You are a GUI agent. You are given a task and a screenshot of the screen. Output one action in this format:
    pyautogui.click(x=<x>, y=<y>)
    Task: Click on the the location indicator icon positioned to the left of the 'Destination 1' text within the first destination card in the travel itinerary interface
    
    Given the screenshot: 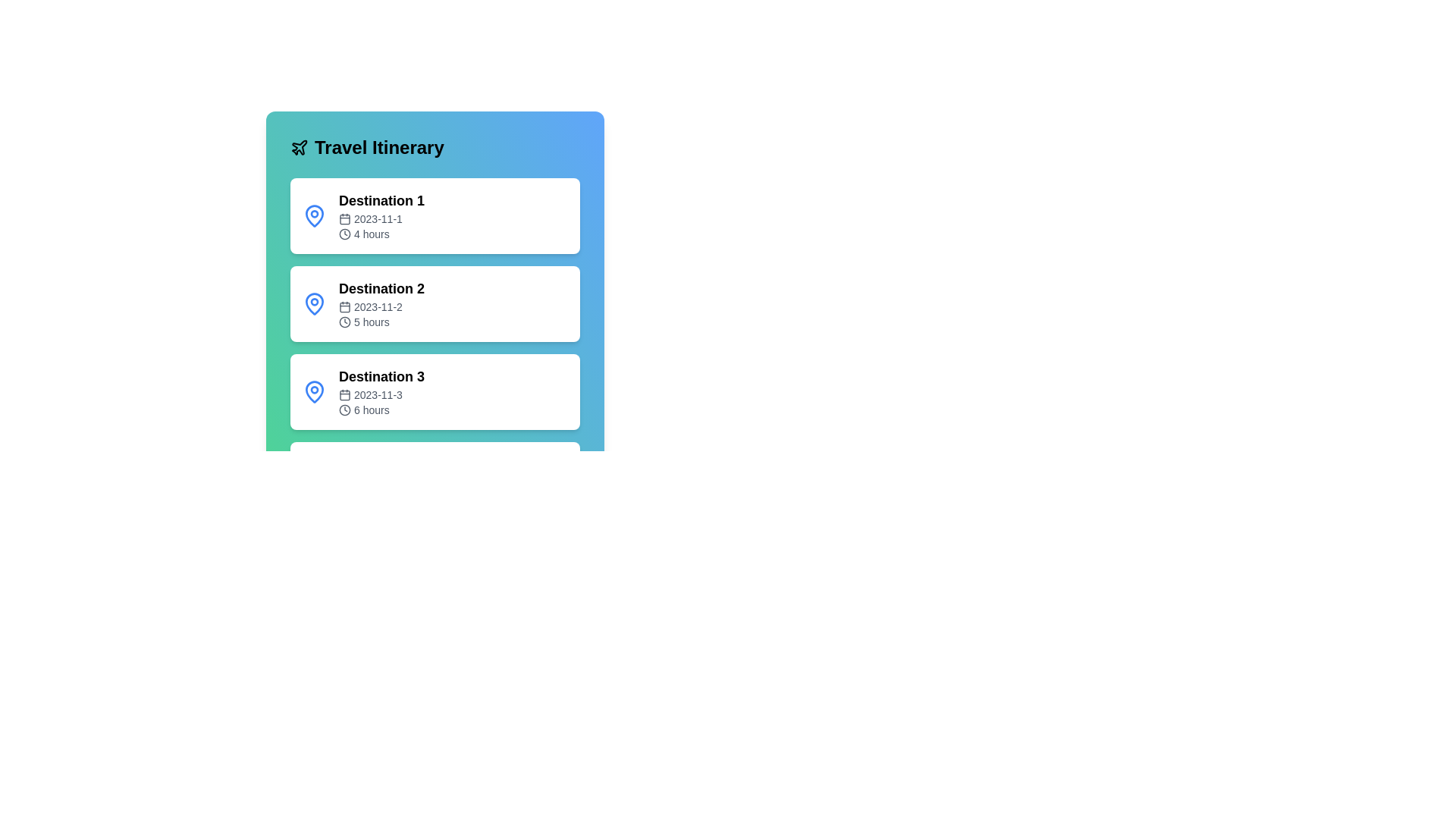 What is the action you would take?
    pyautogui.click(x=313, y=216)
    